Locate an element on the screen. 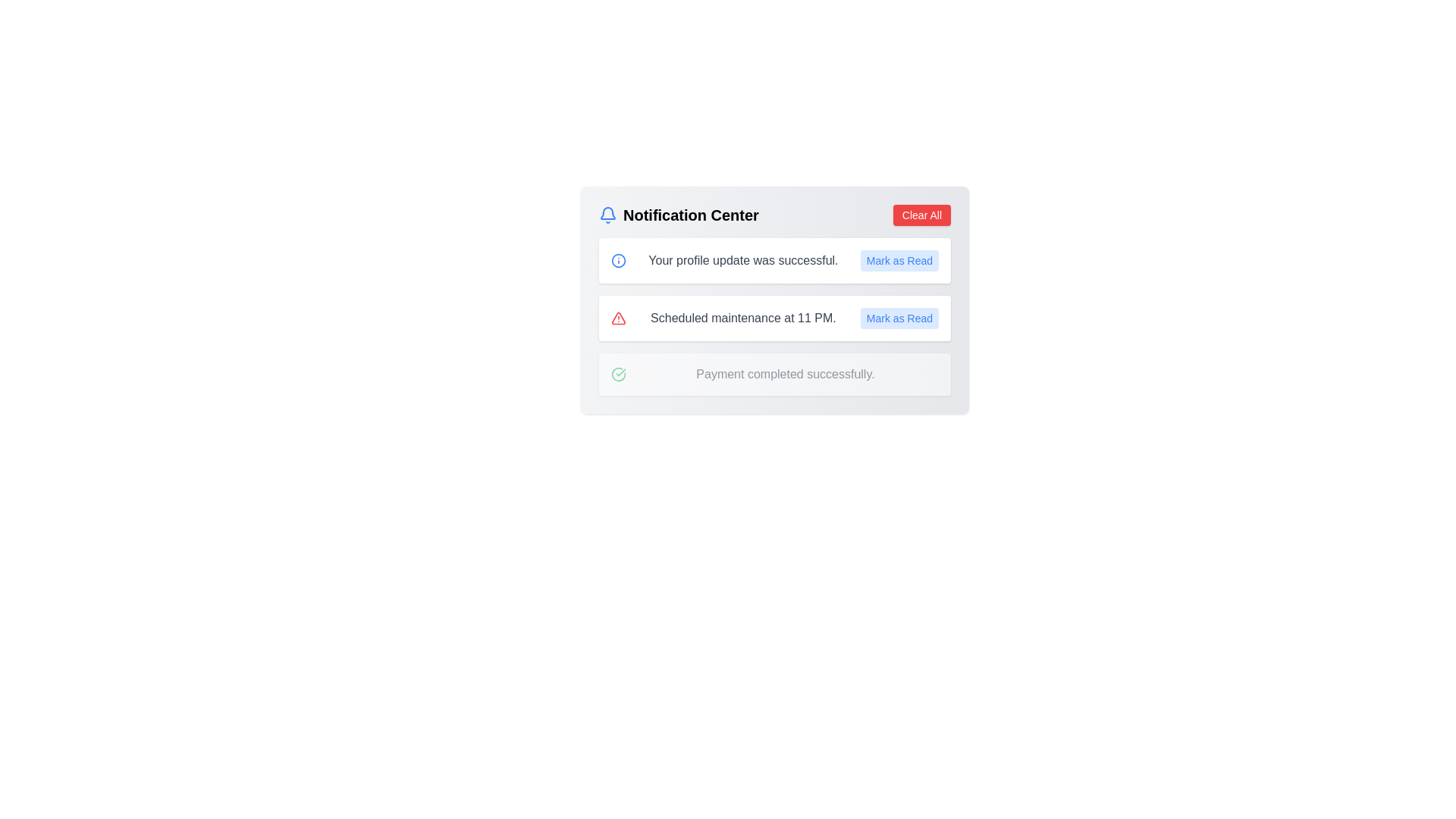  the green circle icon with a check mark that signifies a successful action, located to the left of the text 'Payment completed successfully' in the Notification Center is located at coordinates (619, 374).